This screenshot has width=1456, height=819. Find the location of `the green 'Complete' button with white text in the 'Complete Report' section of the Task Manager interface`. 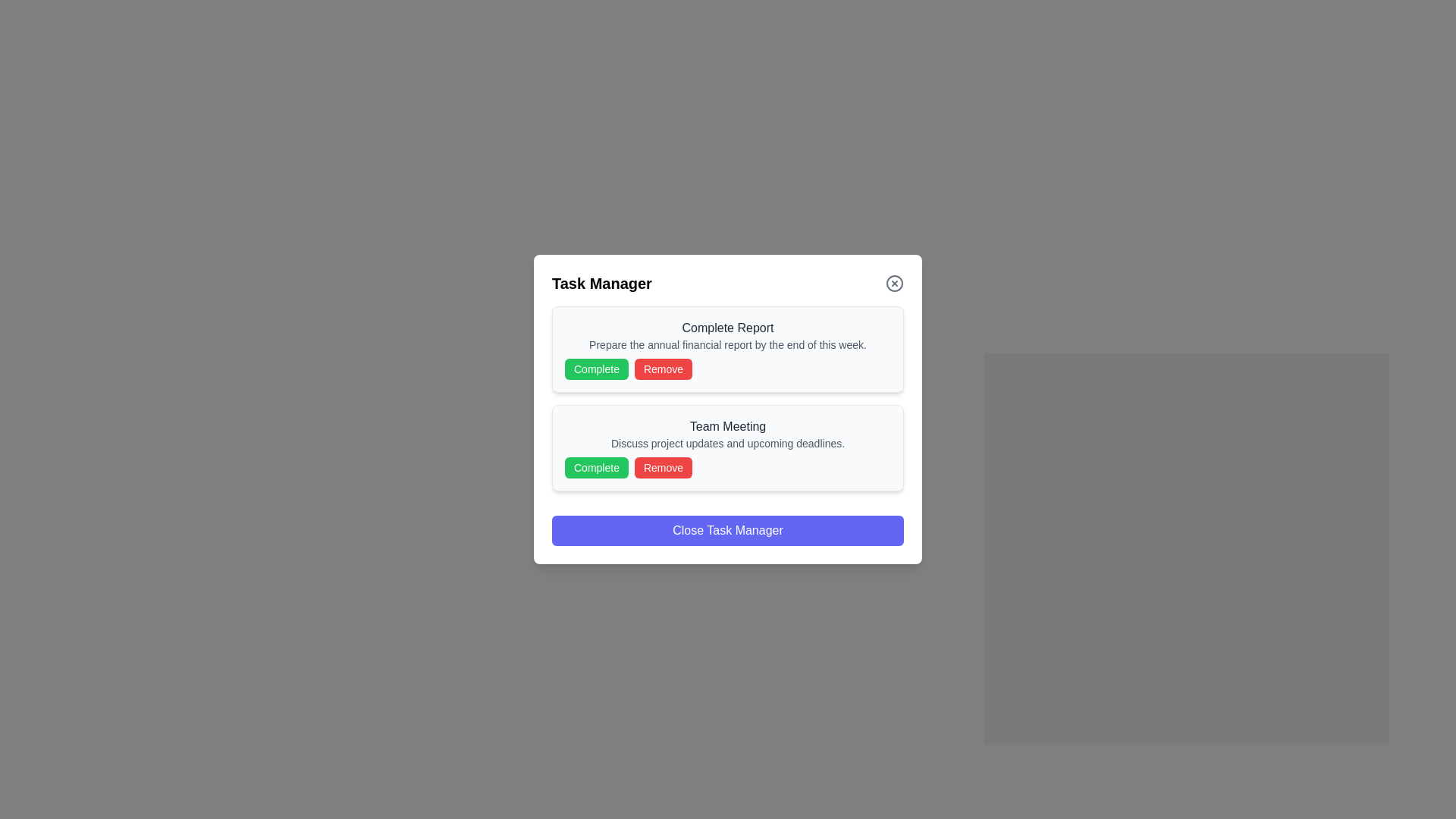

the green 'Complete' button with white text in the 'Complete Report' section of the Task Manager interface is located at coordinates (596, 369).